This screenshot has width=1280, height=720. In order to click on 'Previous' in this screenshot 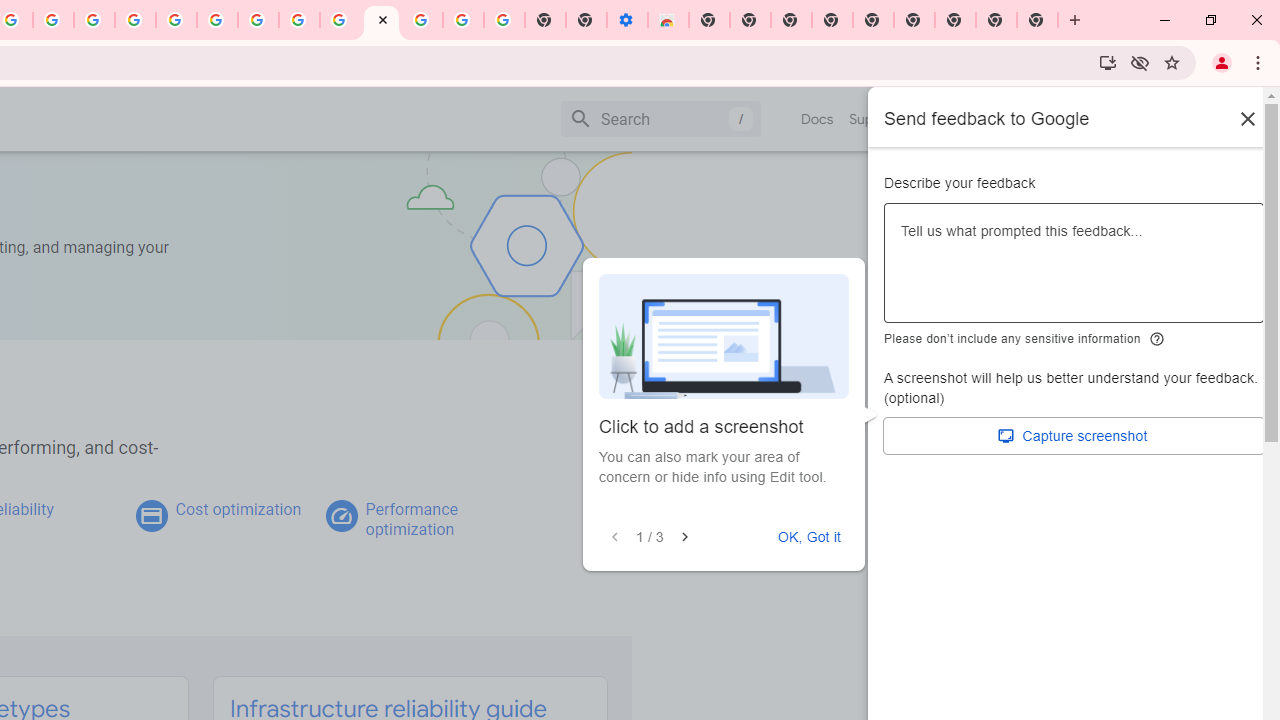, I will do `click(614, 536)`.